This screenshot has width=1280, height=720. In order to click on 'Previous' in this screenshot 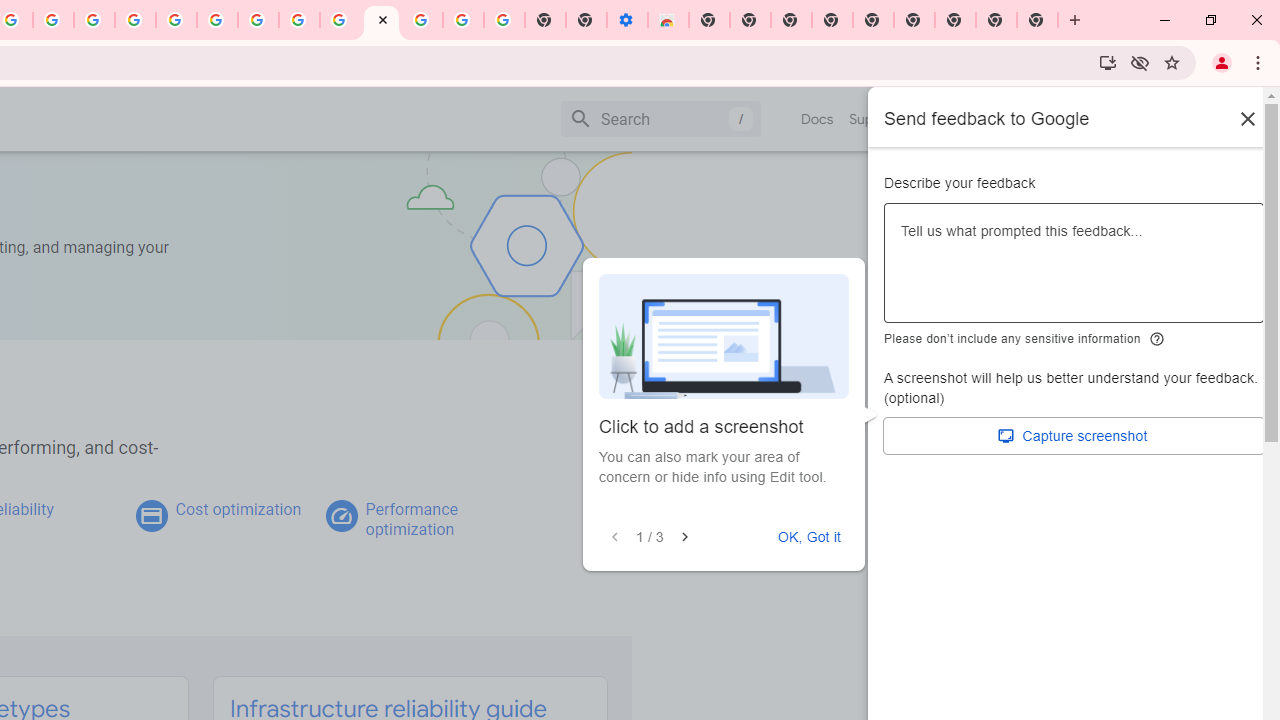, I will do `click(614, 536)`.